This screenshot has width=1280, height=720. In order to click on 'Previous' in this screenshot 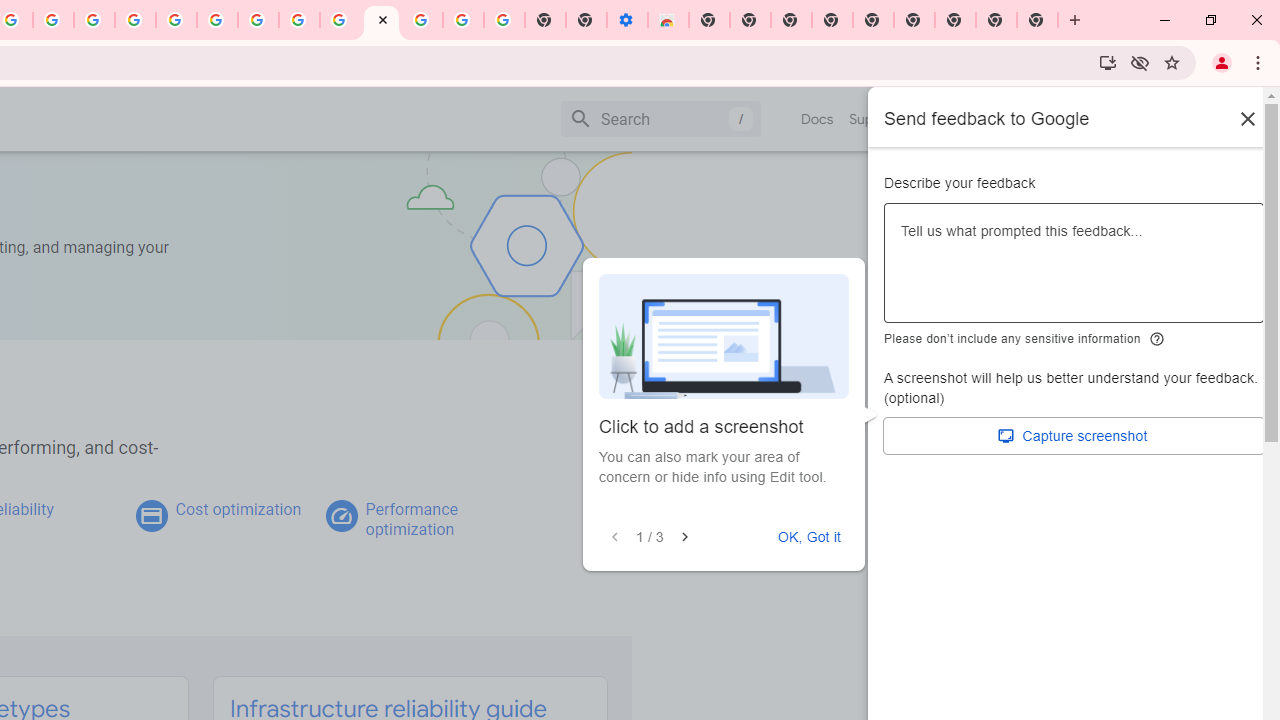, I will do `click(614, 536)`.